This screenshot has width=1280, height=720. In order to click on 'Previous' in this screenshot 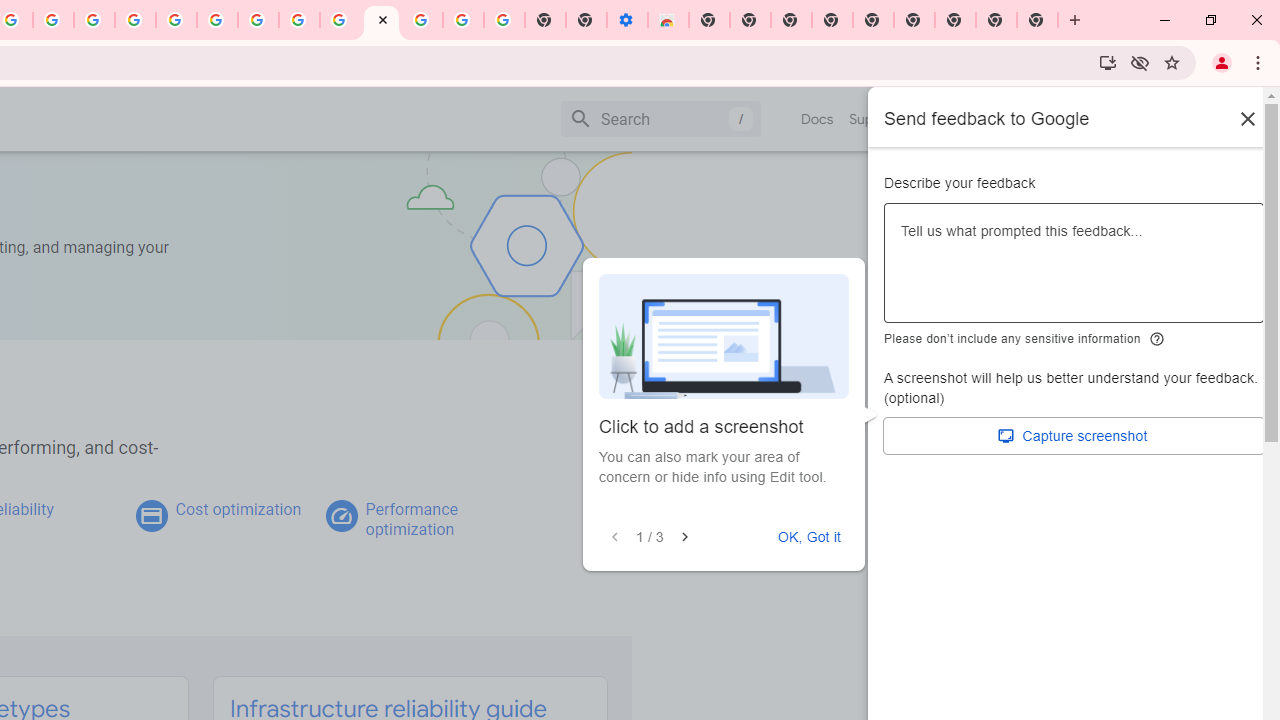, I will do `click(614, 536)`.